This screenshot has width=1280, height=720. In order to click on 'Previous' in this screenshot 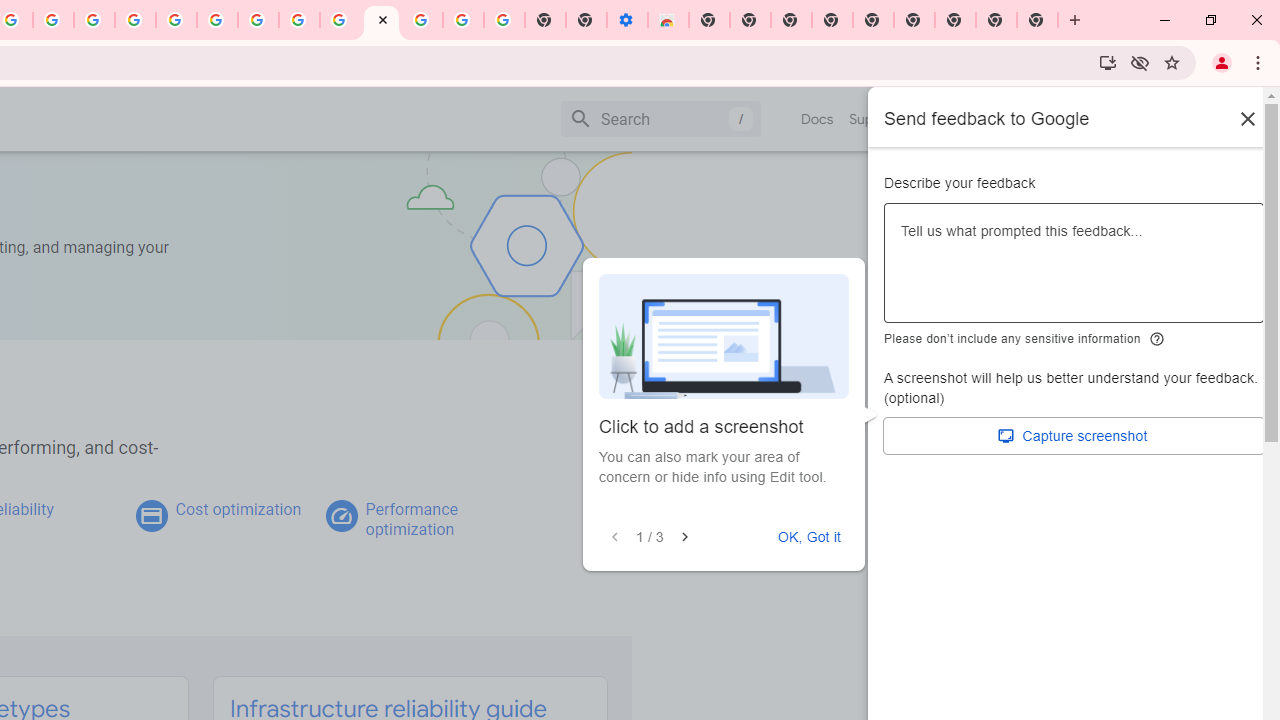, I will do `click(614, 536)`.